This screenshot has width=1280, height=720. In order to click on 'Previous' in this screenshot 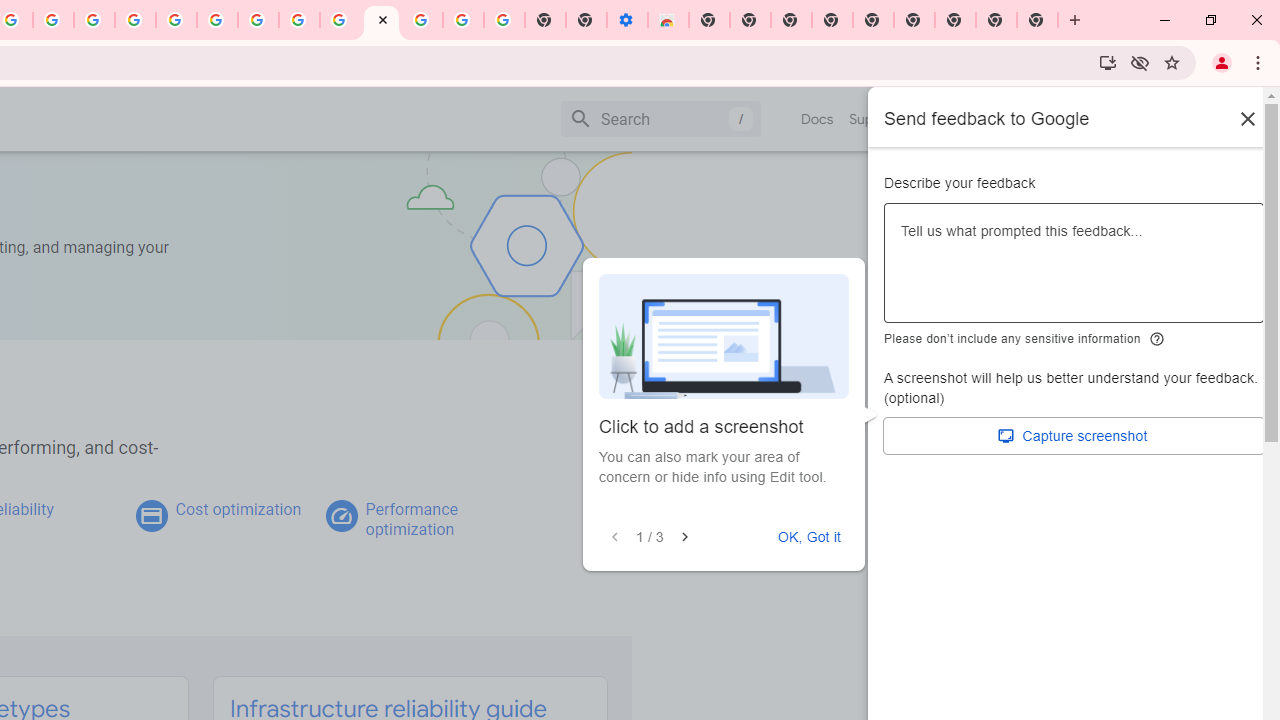, I will do `click(614, 536)`.